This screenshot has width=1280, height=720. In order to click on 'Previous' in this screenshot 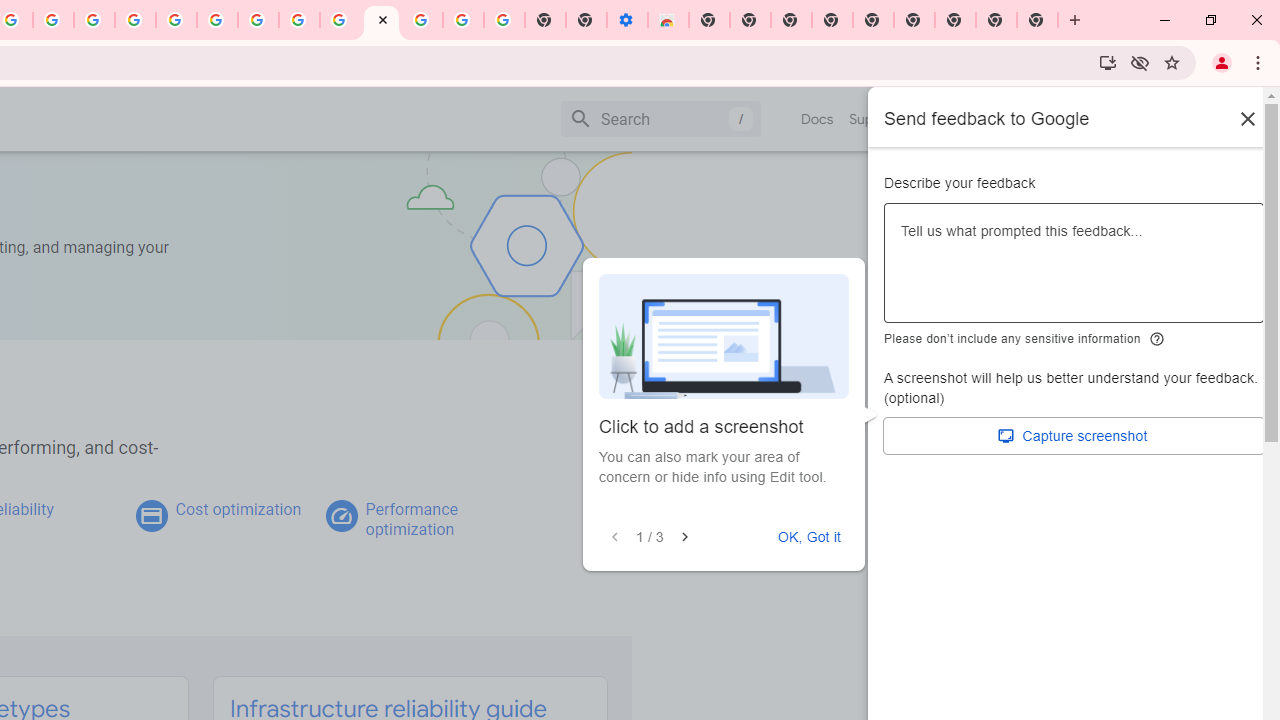, I will do `click(614, 536)`.